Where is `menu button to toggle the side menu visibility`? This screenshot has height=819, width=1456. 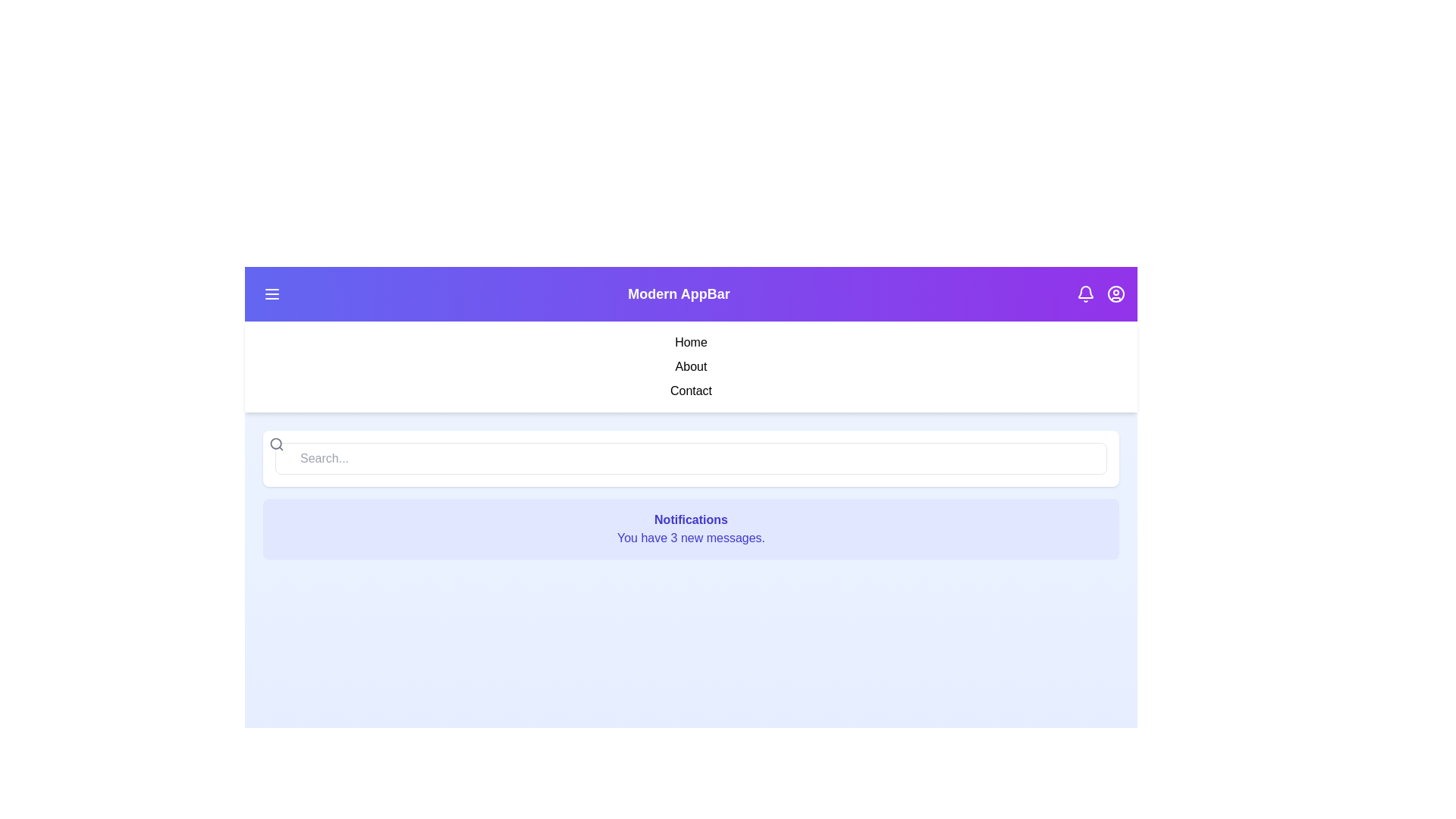 menu button to toggle the side menu visibility is located at coordinates (272, 294).